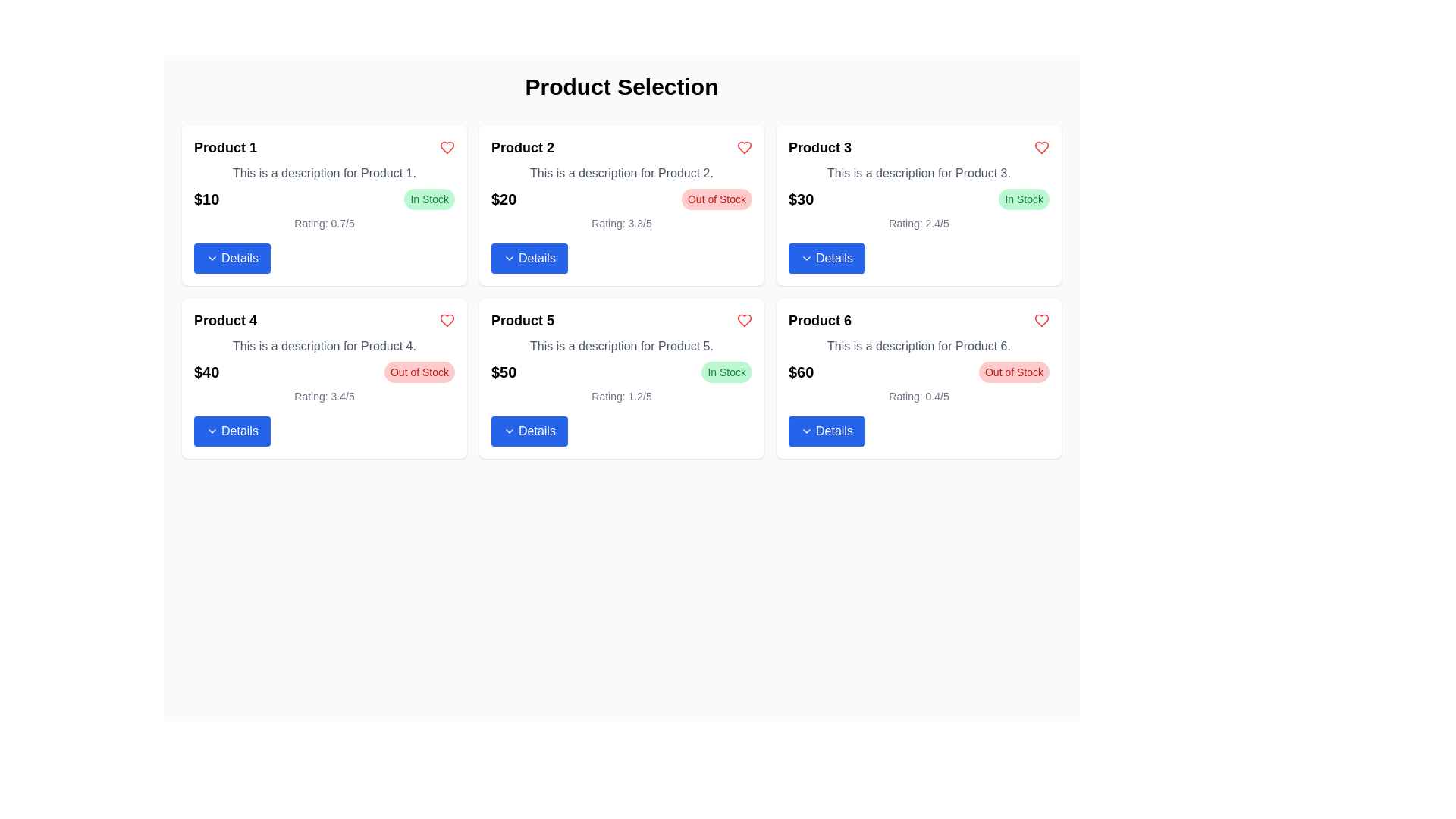 Image resolution: width=1456 pixels, height=819 pixels. What do you see at coordinates (1040, 320) in the screenshot?
I see `the favorite button icon for 'Product 6' located in the top-right corner of its card using a keyboard shortcut` at bounding box center [1040, 320].